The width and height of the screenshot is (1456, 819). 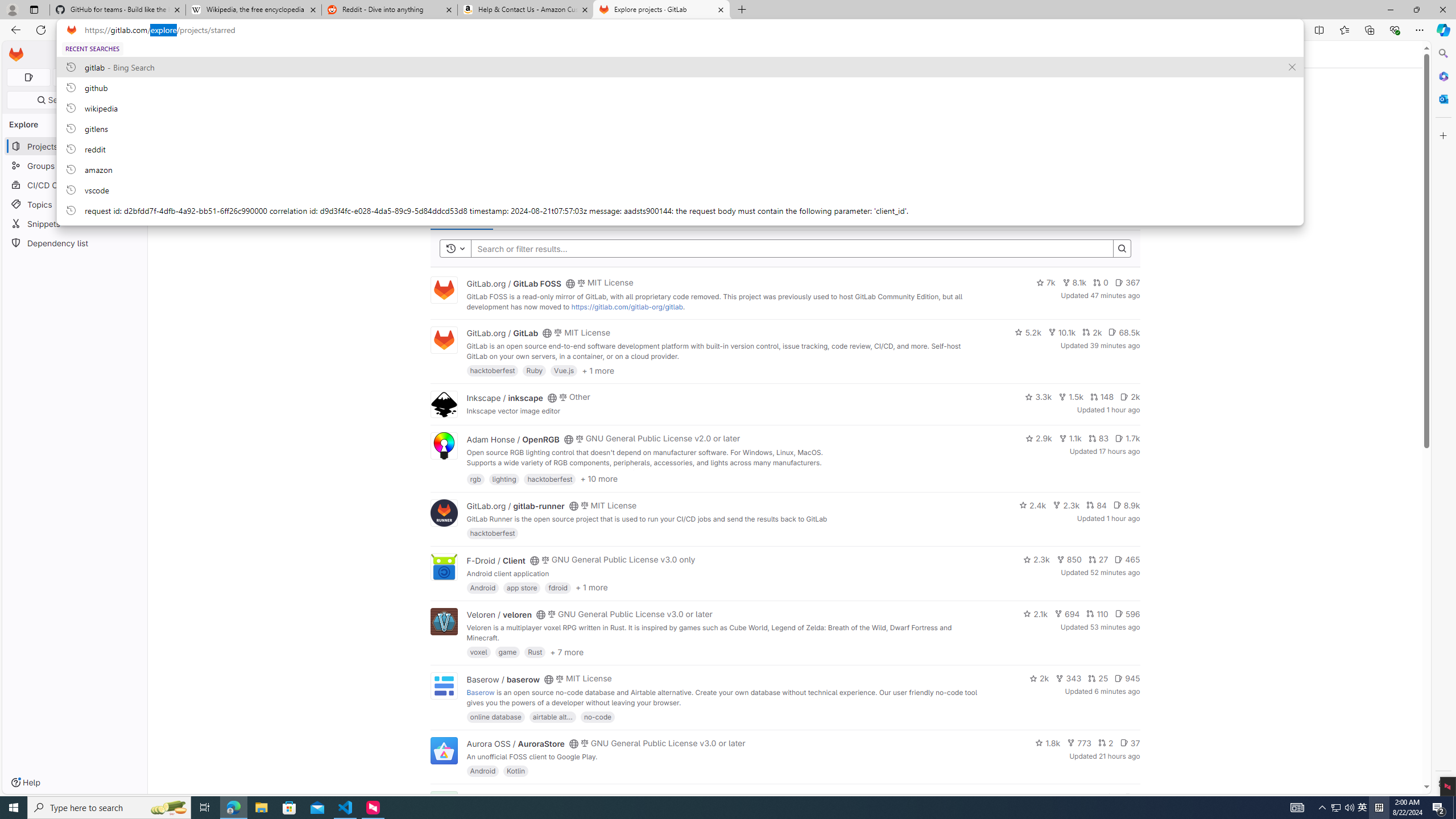 What do you see at coordinates (495, 716) in the screenshot?
I see `'online database'` at bounding box center [495, 716].